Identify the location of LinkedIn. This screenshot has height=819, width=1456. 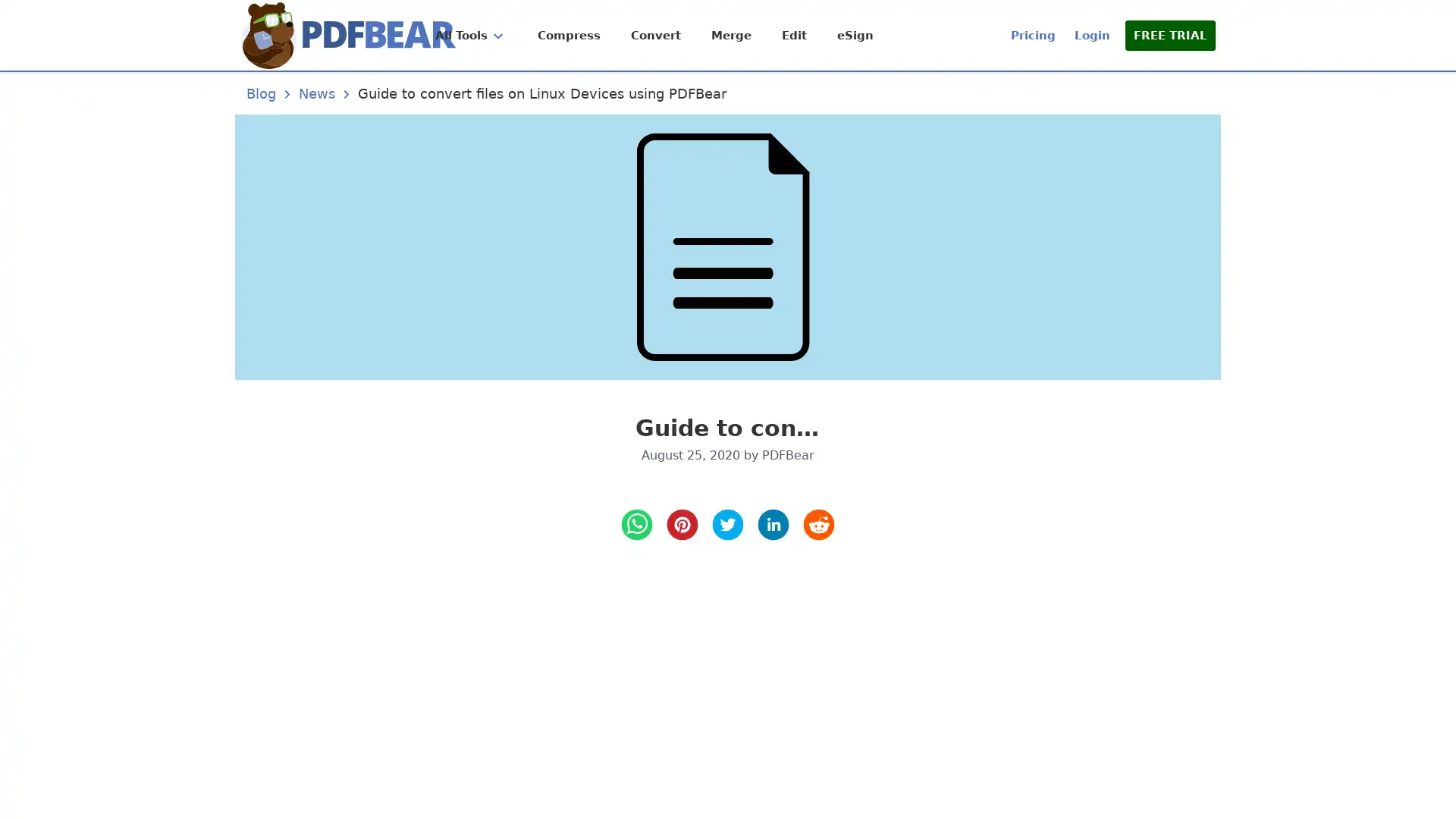
(773, 523).